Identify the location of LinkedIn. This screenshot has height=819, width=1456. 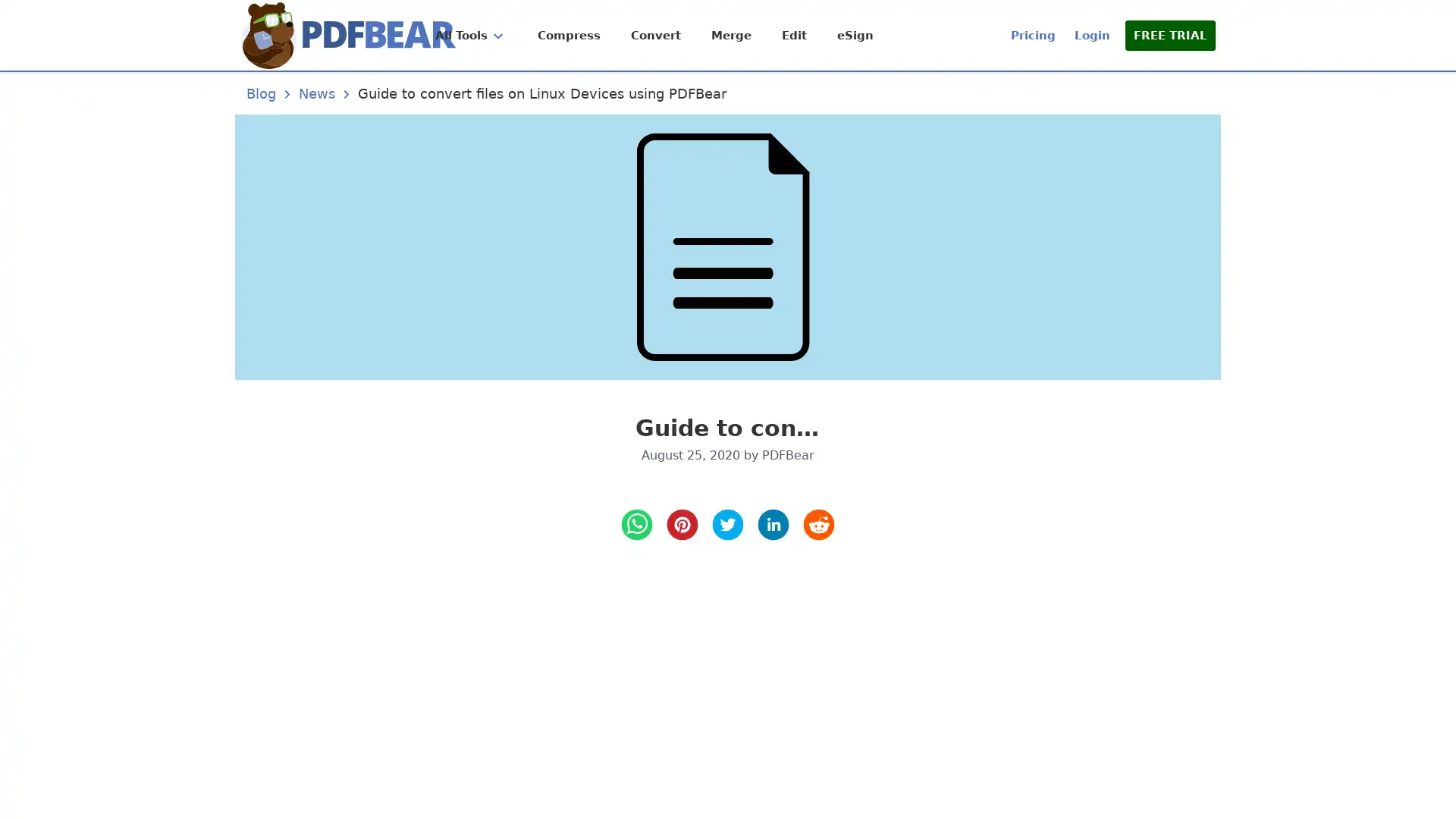
(773, 523).